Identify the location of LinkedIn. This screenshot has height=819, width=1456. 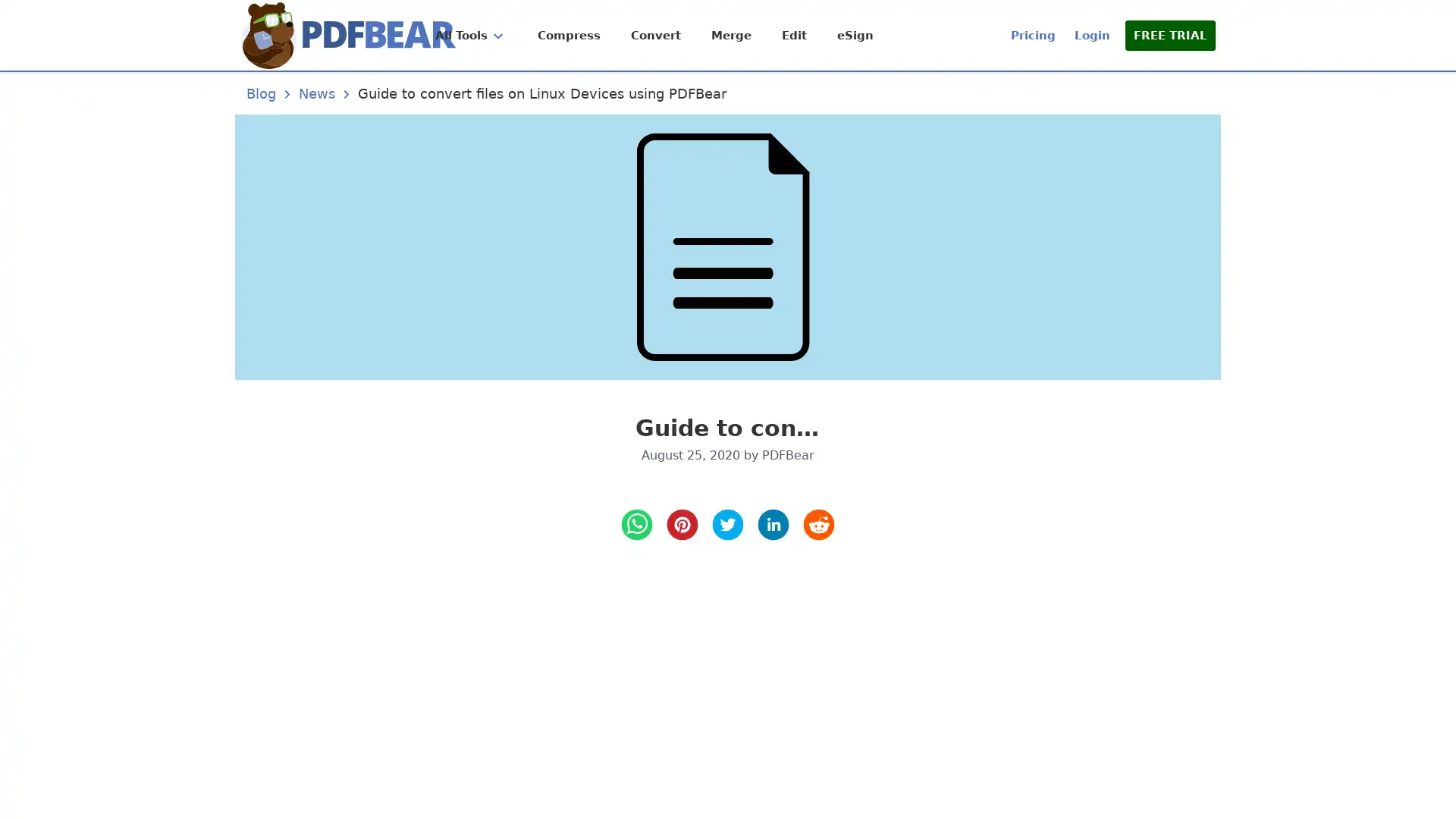
(773, 523).